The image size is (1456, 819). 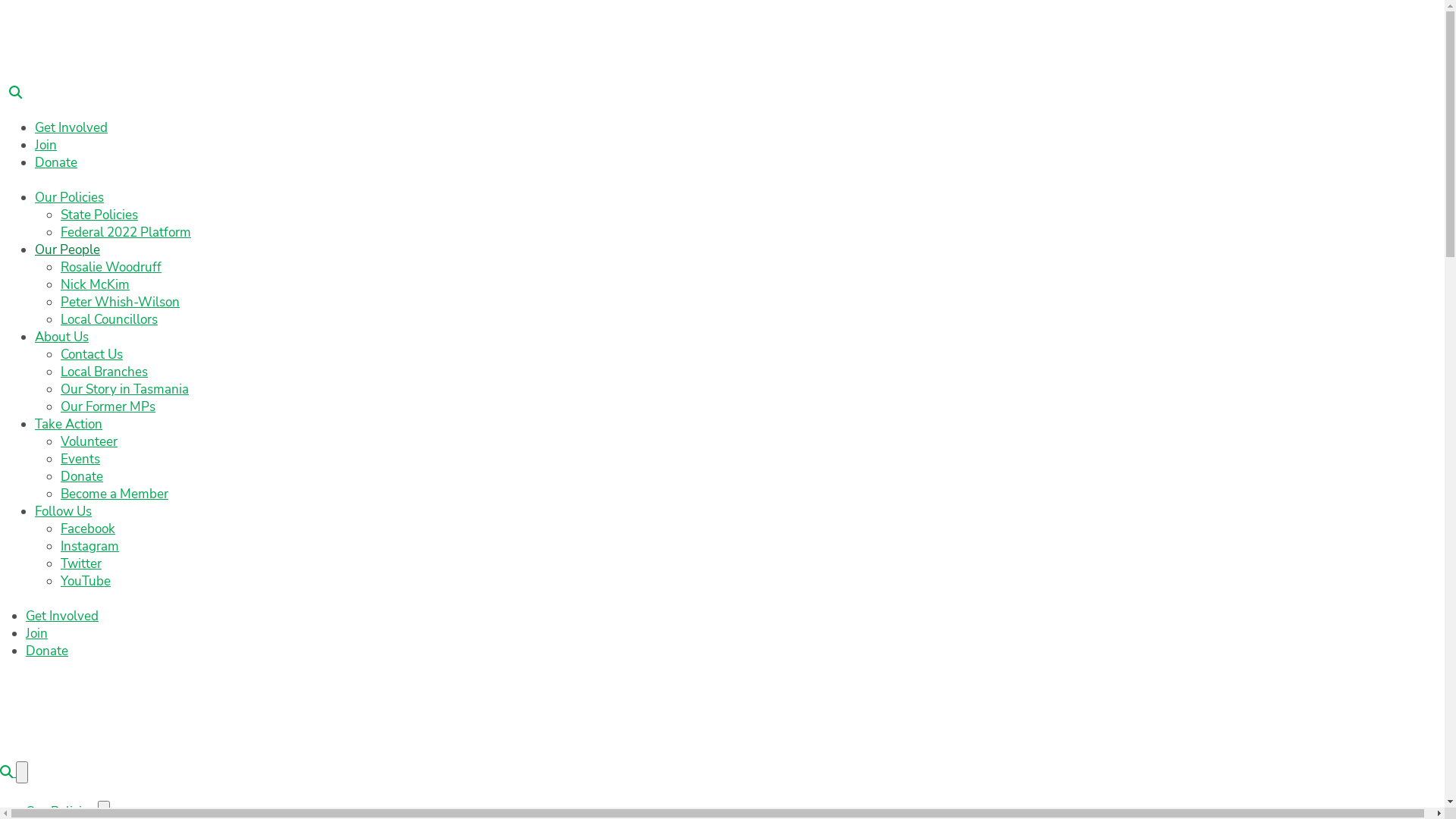 I want to click on 'Search', so click(x=8, y=772).